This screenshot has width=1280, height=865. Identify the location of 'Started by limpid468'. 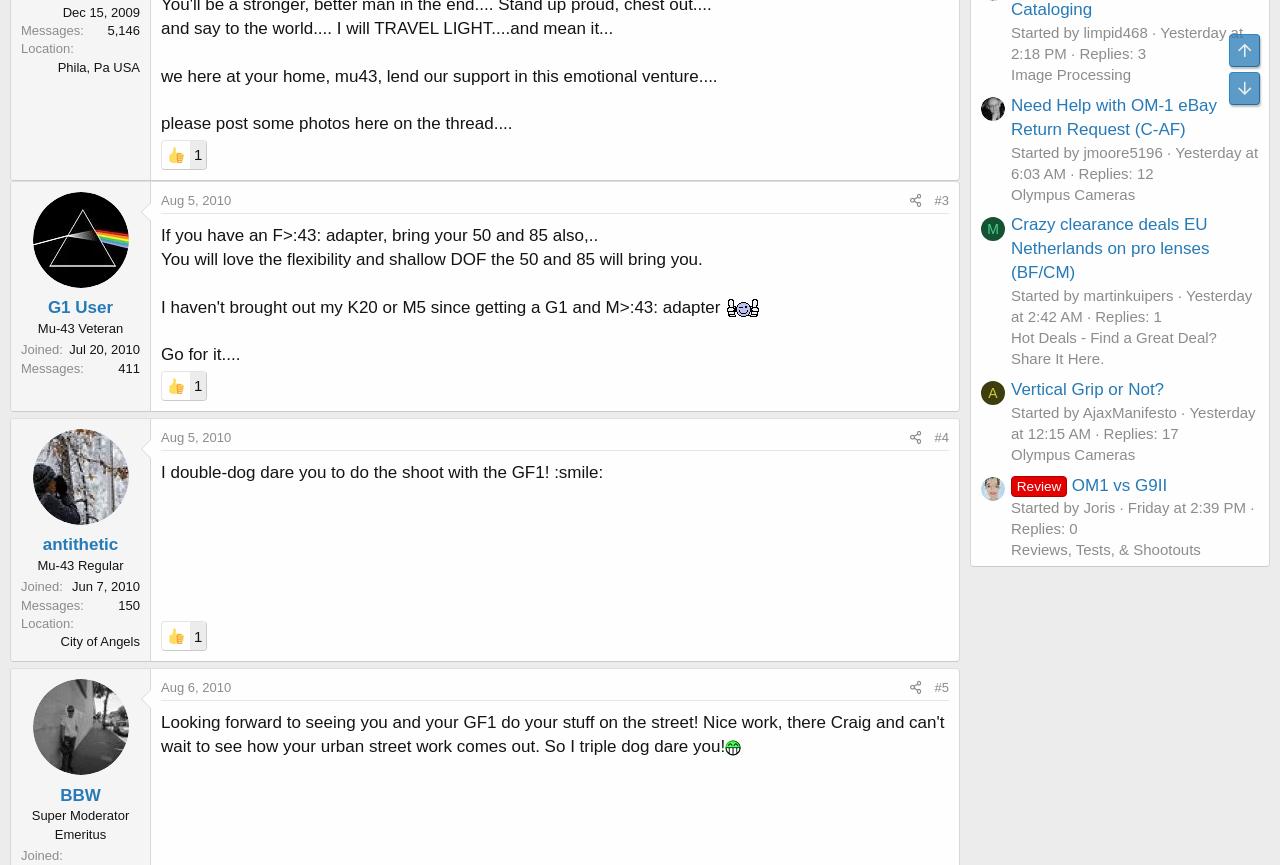
(1078, 31).